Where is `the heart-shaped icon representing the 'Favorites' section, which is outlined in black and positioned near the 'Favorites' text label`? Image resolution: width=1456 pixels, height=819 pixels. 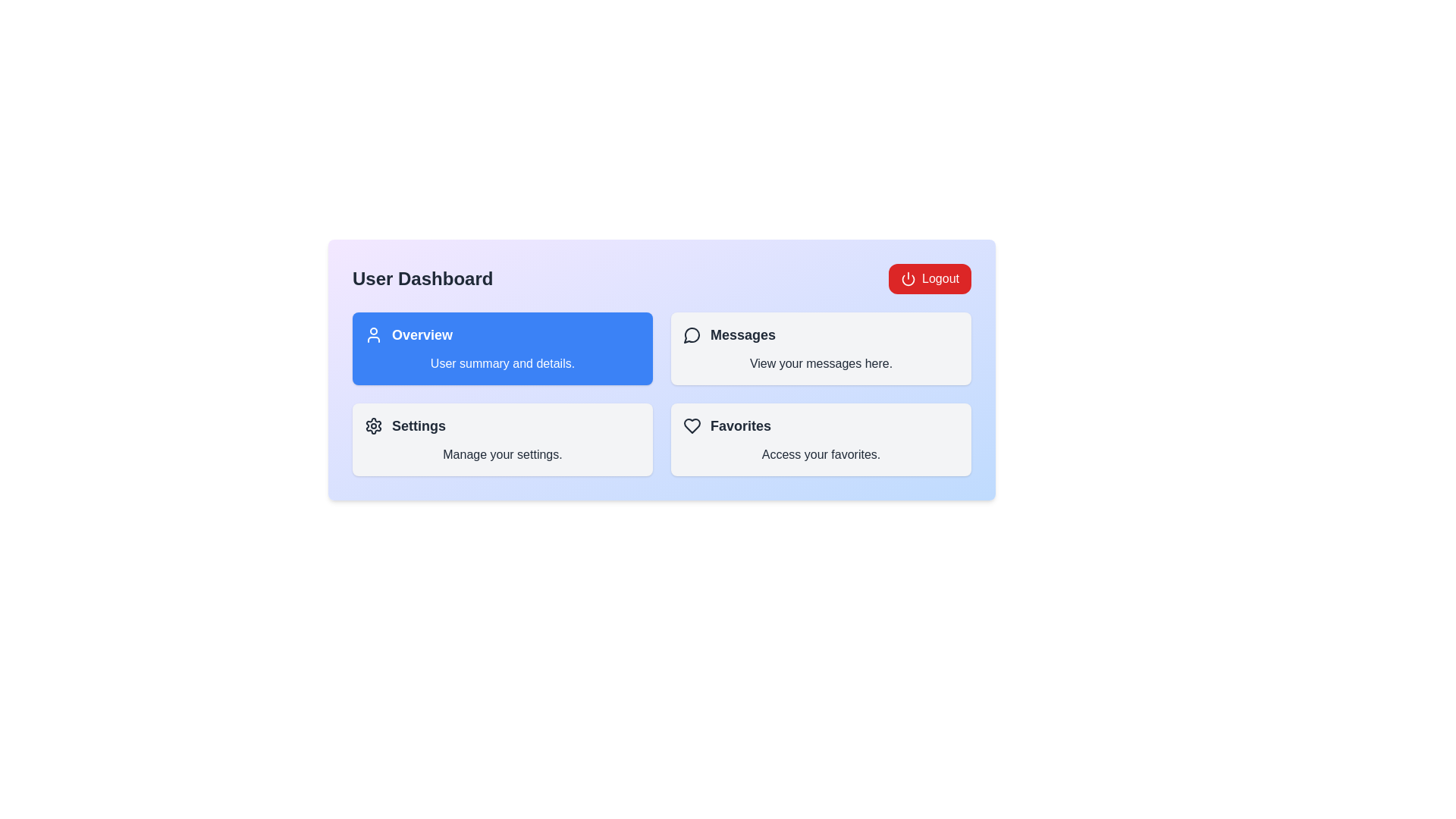 the heart-shaped icon representing the 'Favorites' section, which is outlined in black and positioned near the 'Favorites' text label is located at coordinates (691, 426).